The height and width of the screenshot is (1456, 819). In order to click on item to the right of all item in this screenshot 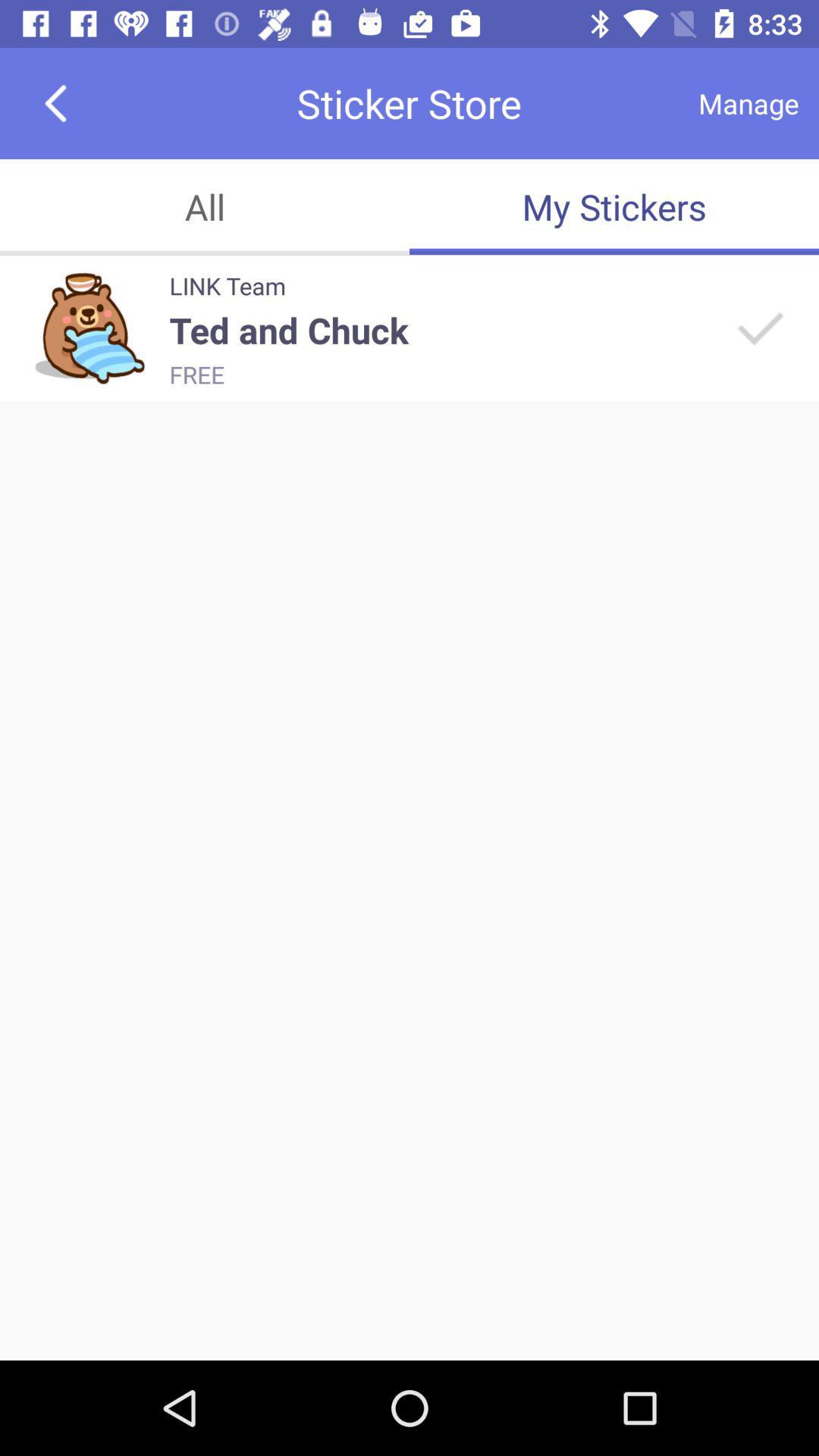, I will do `click(614, 206)`.